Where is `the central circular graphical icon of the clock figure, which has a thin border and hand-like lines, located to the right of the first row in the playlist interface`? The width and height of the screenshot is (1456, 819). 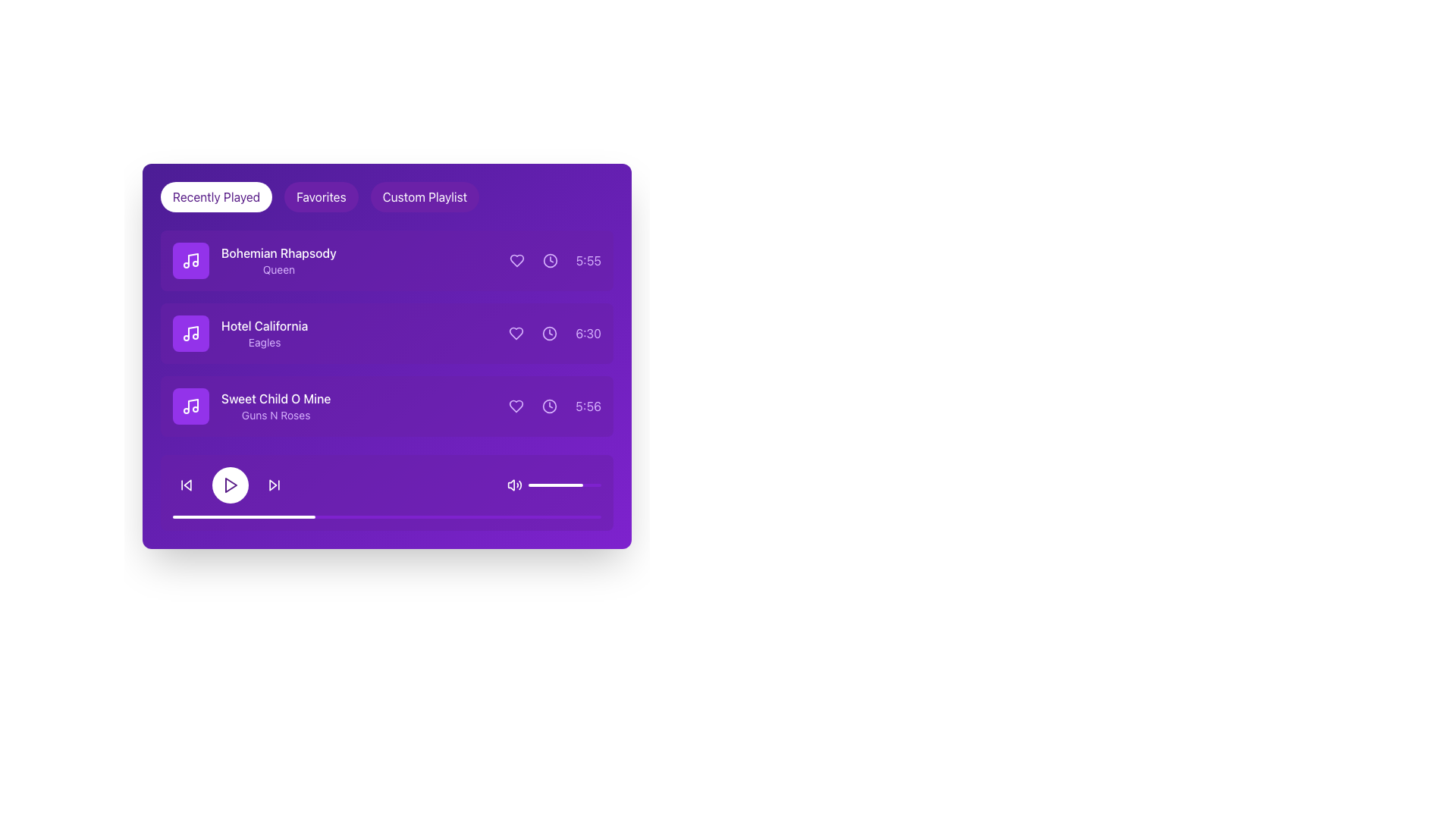
the central circular graphical icon of the clock figure, which has a thin border and hand-like lines, located to the right of the first row in the playlist interface is located at coordinates (549, 259).